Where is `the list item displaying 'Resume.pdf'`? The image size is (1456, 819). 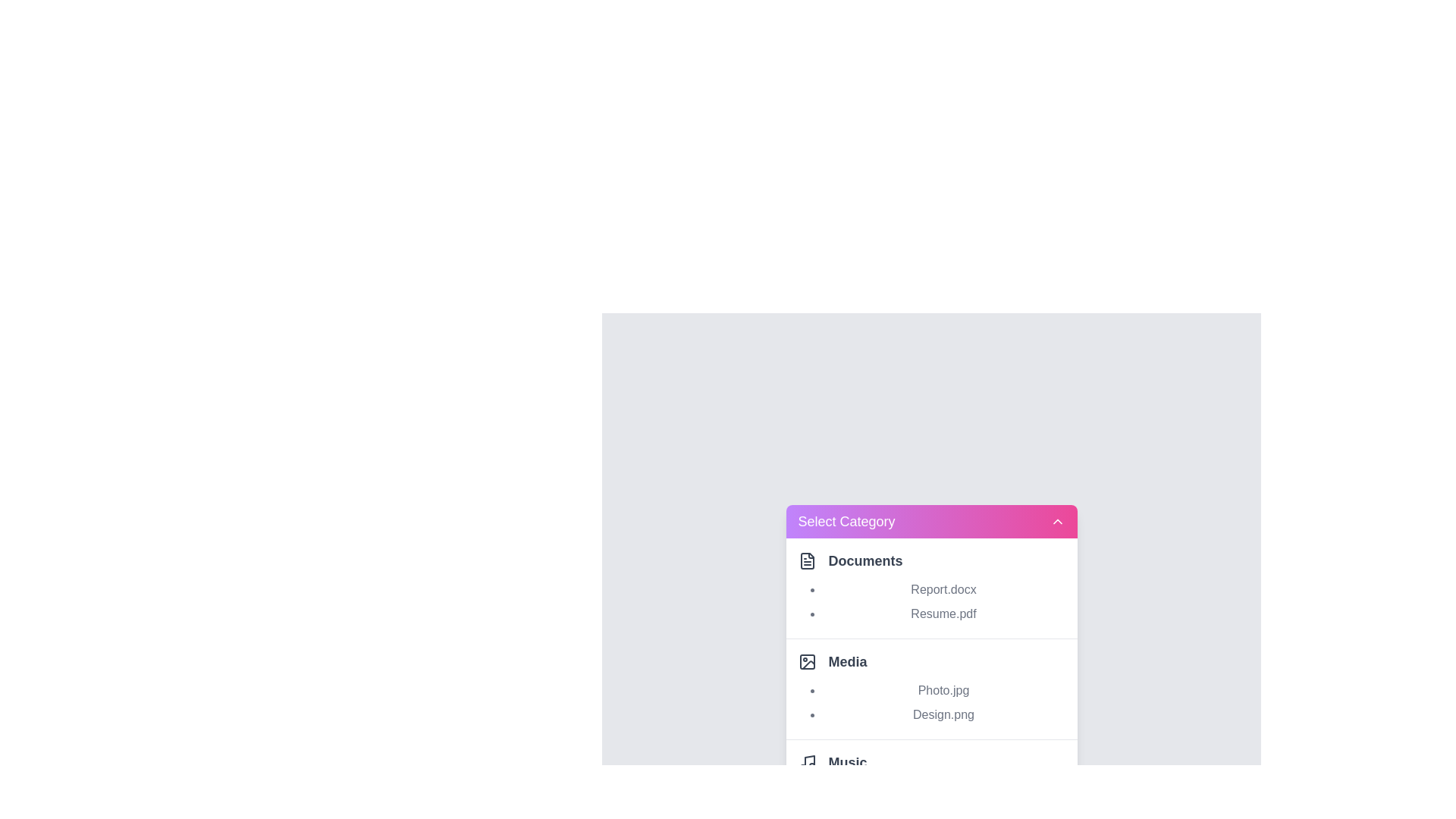 the list item displaying 'Resume.pdf' is located at coordinates (943, 613).